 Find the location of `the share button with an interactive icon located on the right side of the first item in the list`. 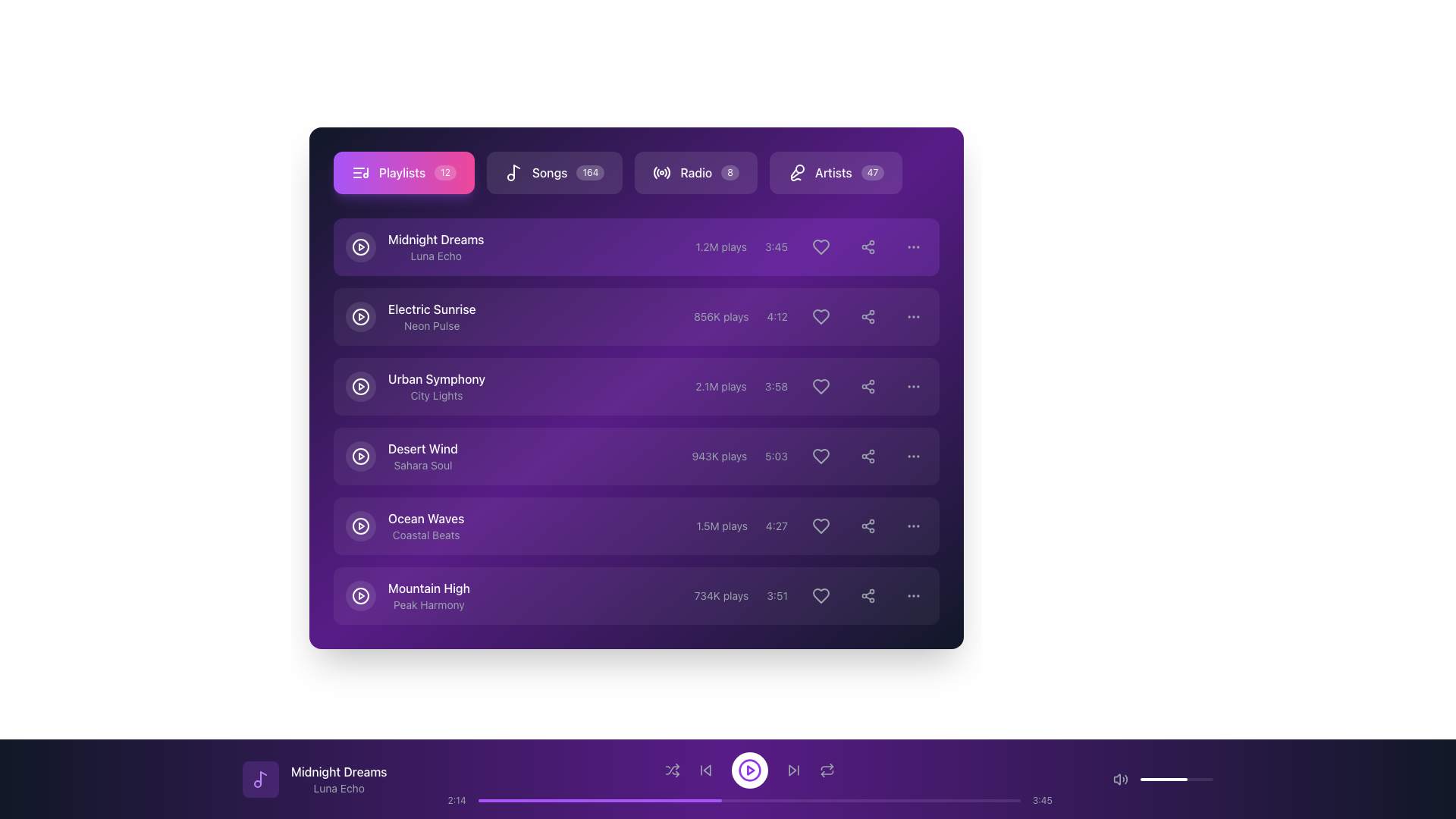

the share button with an interactive icon located on the right side of the first item in the list is located at coordinates (868, 246).